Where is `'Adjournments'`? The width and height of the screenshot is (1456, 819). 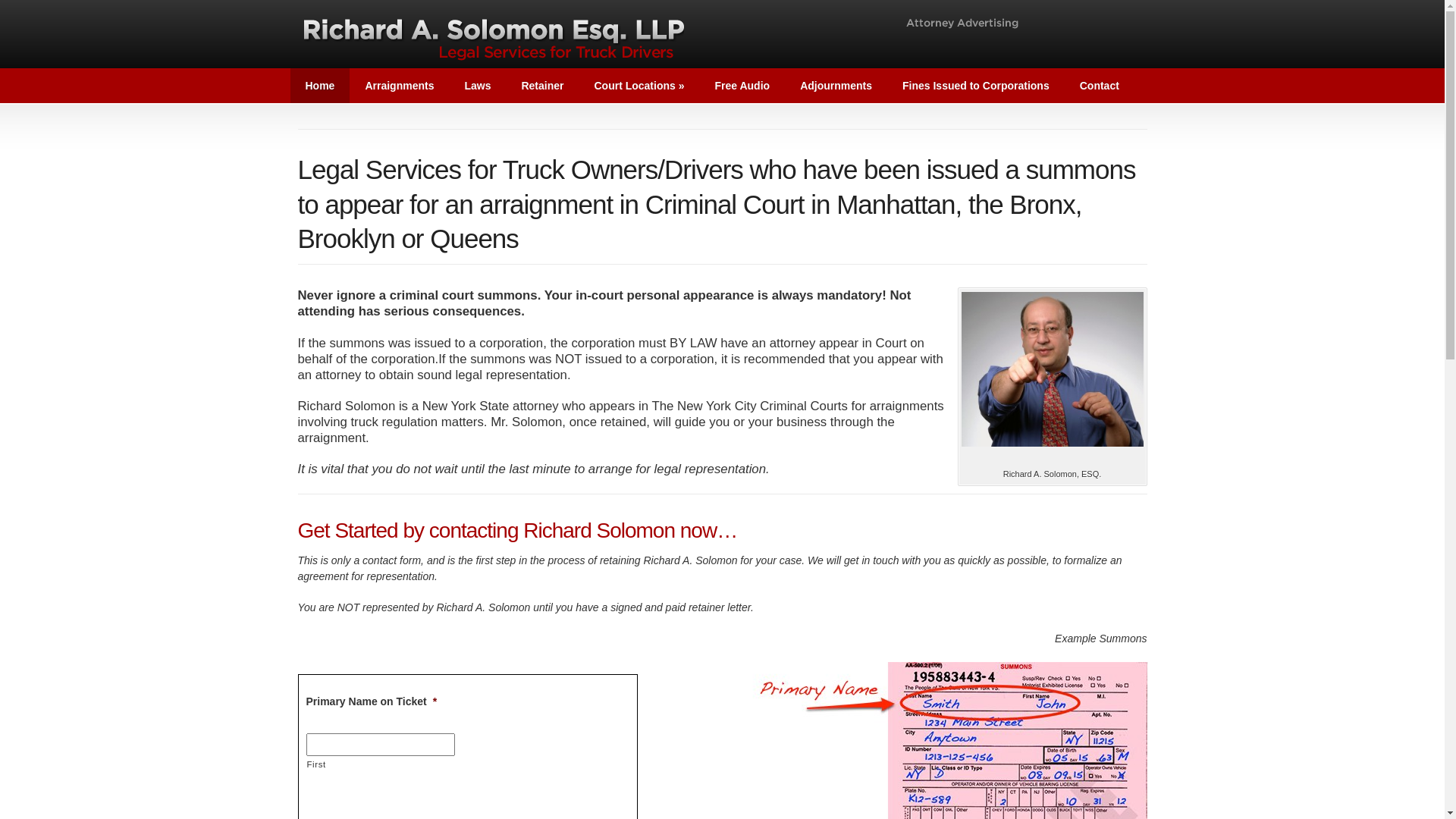 'Adjournments' is located at coordinates (835, 85).